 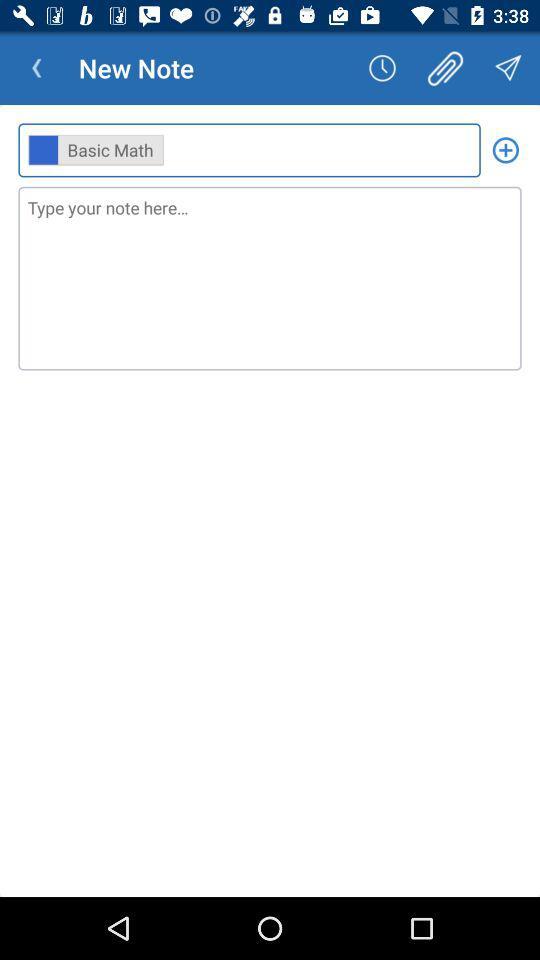 I want to click on the icon to the right of the ,,, so click(x=504, y=149).